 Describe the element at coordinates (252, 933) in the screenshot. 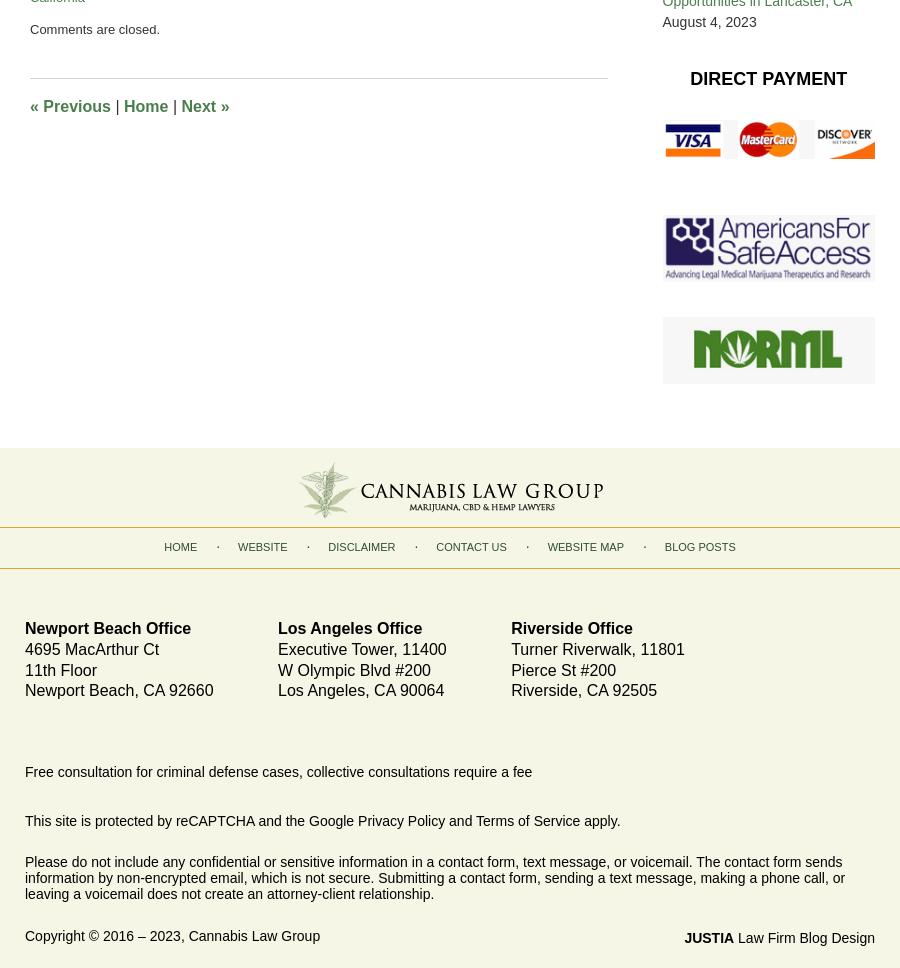

I see `'Cannabis Law Group'` at that location.